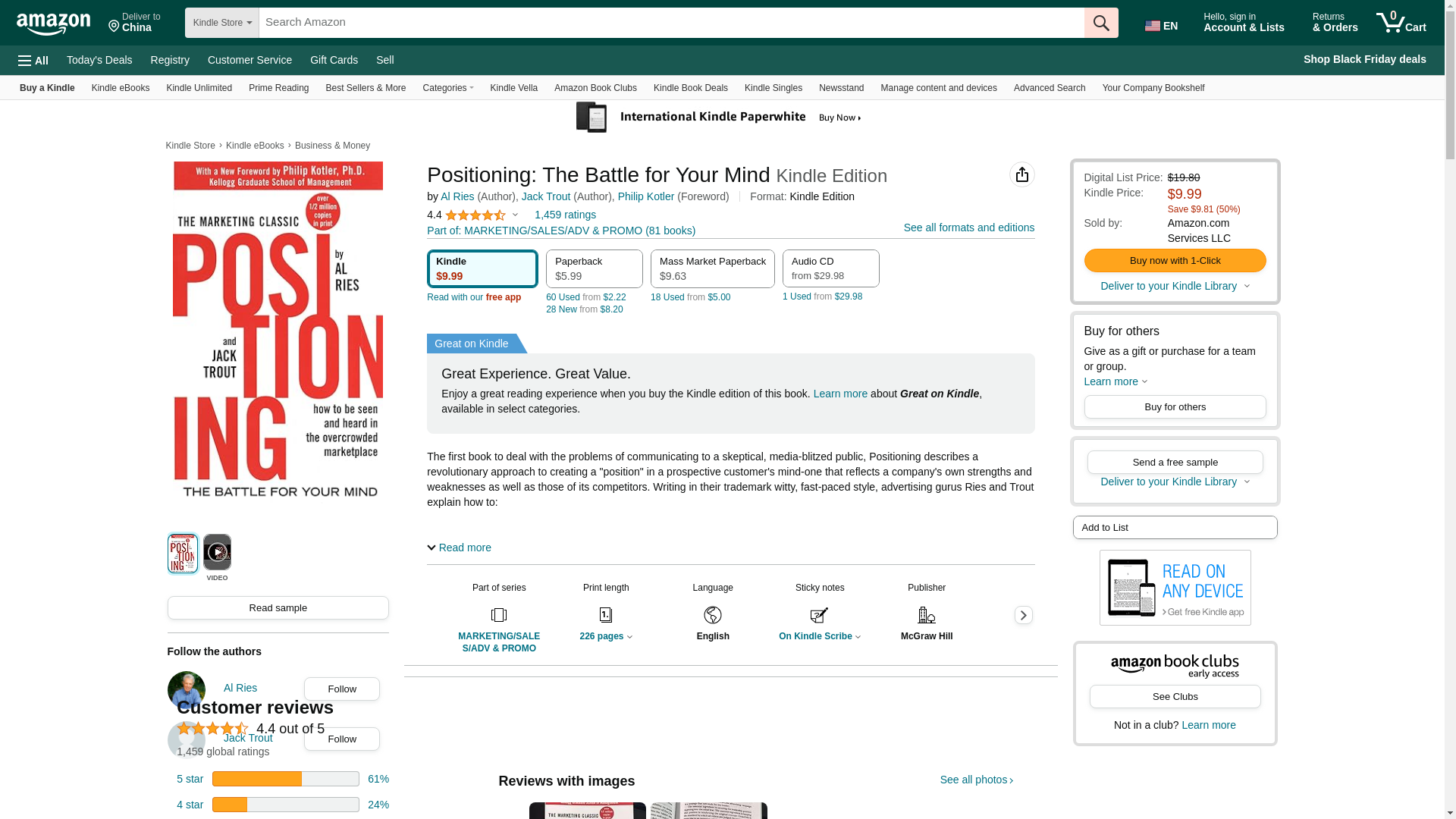 The height and width of the screenshot is (819, 1456). I want to click on 'Part of: MARKETING/SALES/ADV & PROMO (81 books)', so click(560, 231).